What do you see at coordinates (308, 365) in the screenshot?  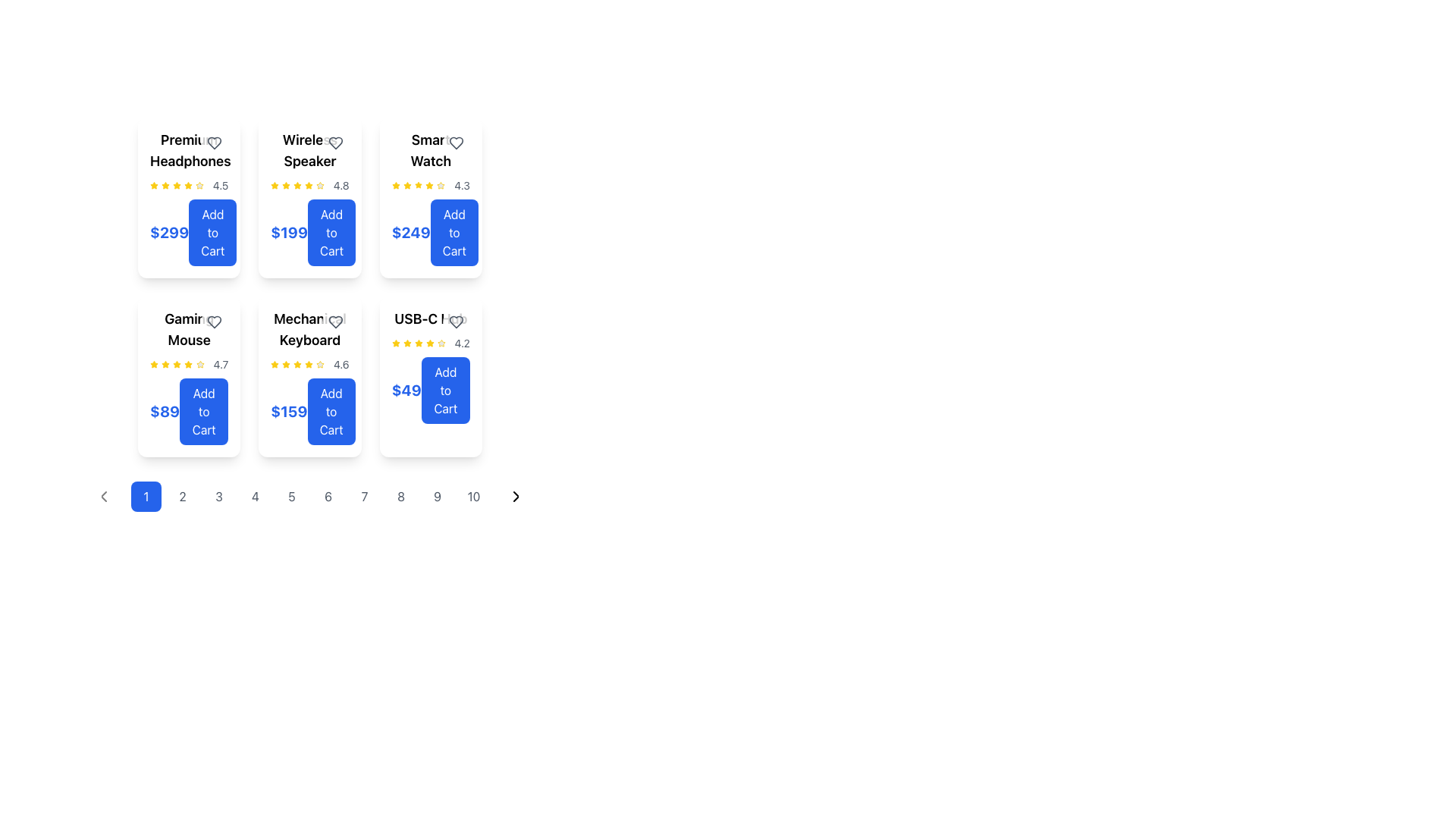 I see `the sixth gold-yellow star icon in the rating section of the 'Mechanical Keyboard' card for its visual representation` at bounding box center [308, 365].